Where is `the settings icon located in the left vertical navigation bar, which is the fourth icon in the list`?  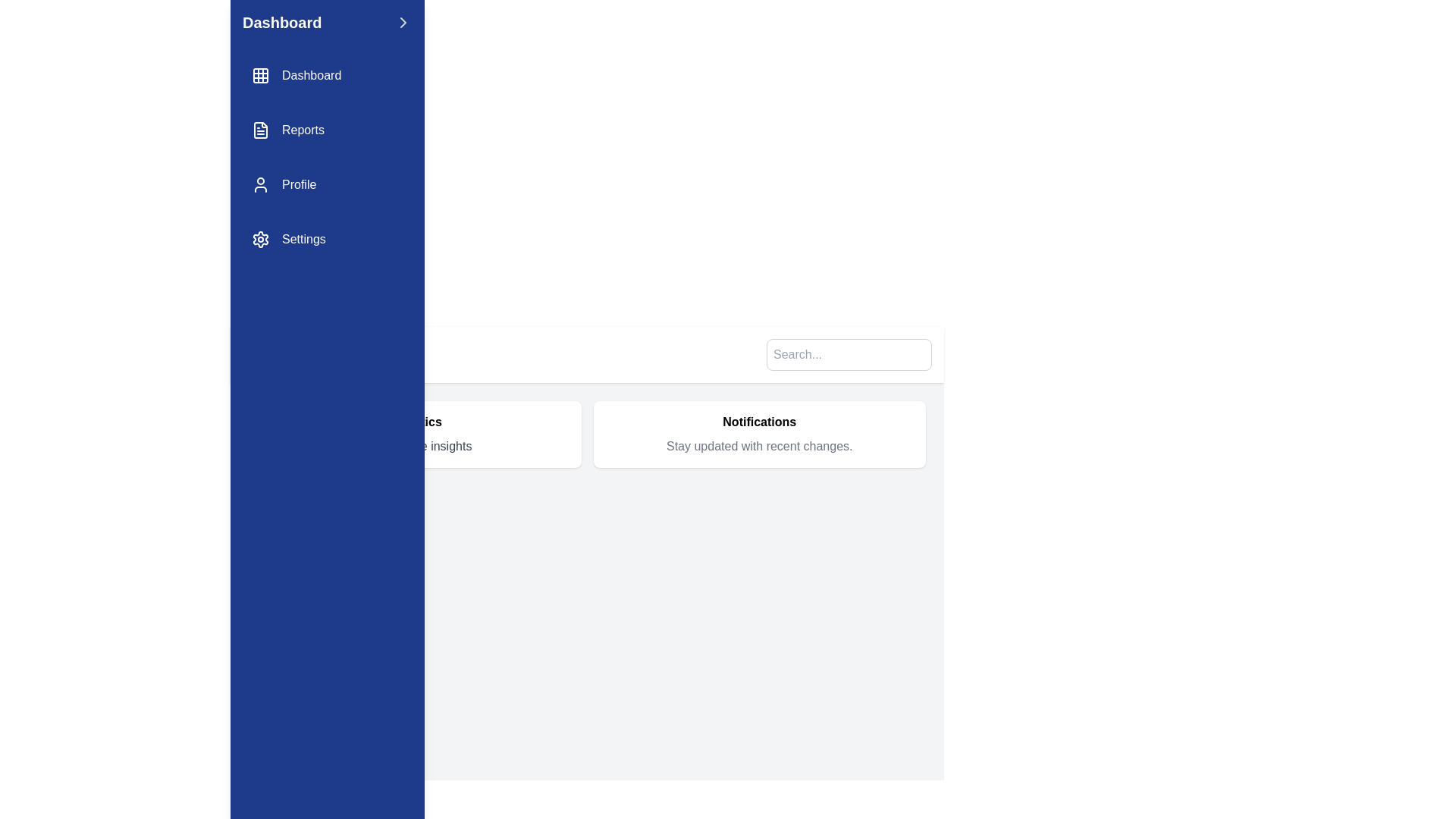 the settings icon located in the left vertical navigation bar, which is the fourth icon in the list is located at coordinates (261, 239).